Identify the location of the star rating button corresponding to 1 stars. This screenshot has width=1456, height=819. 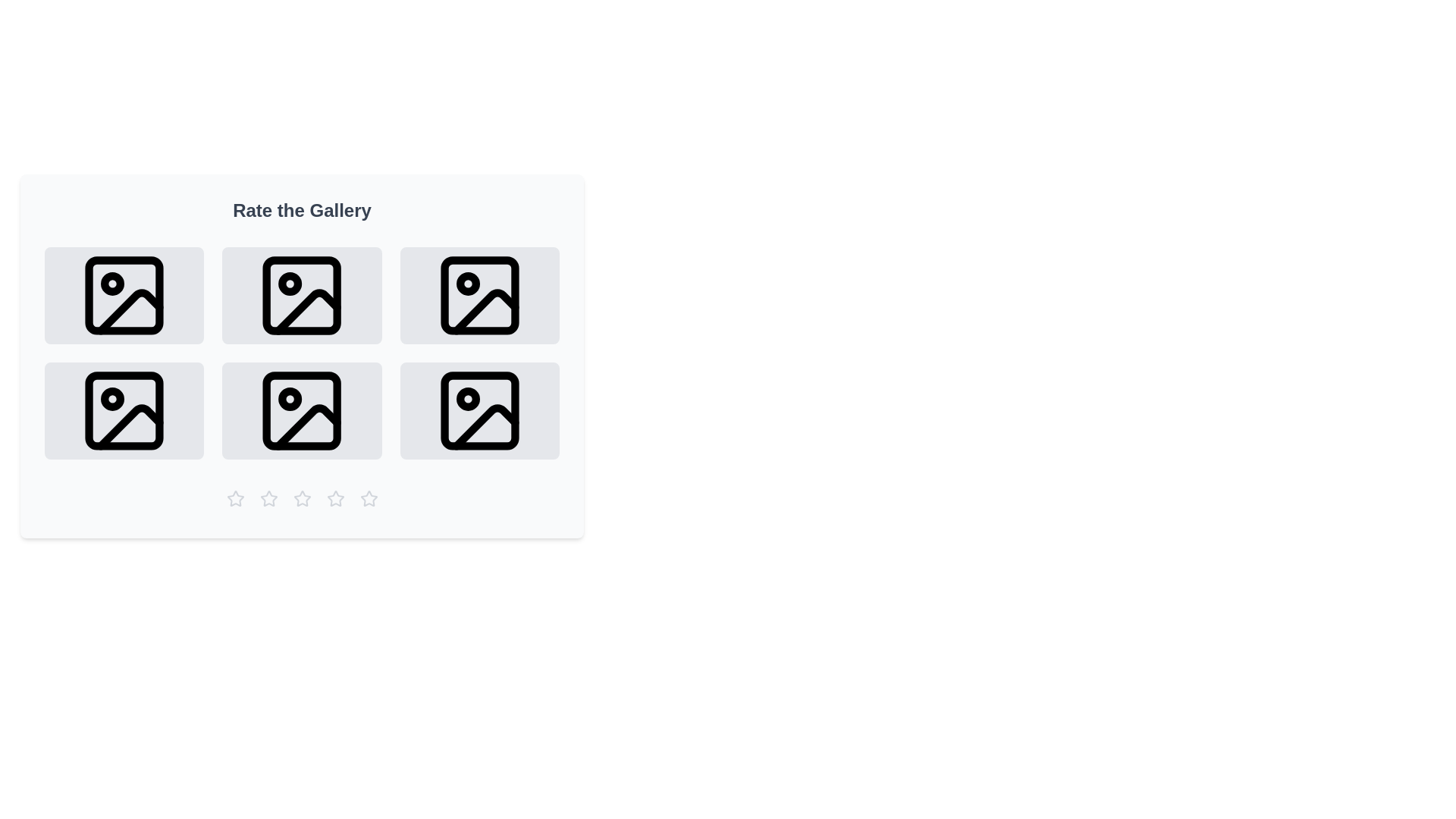
(234, 499).